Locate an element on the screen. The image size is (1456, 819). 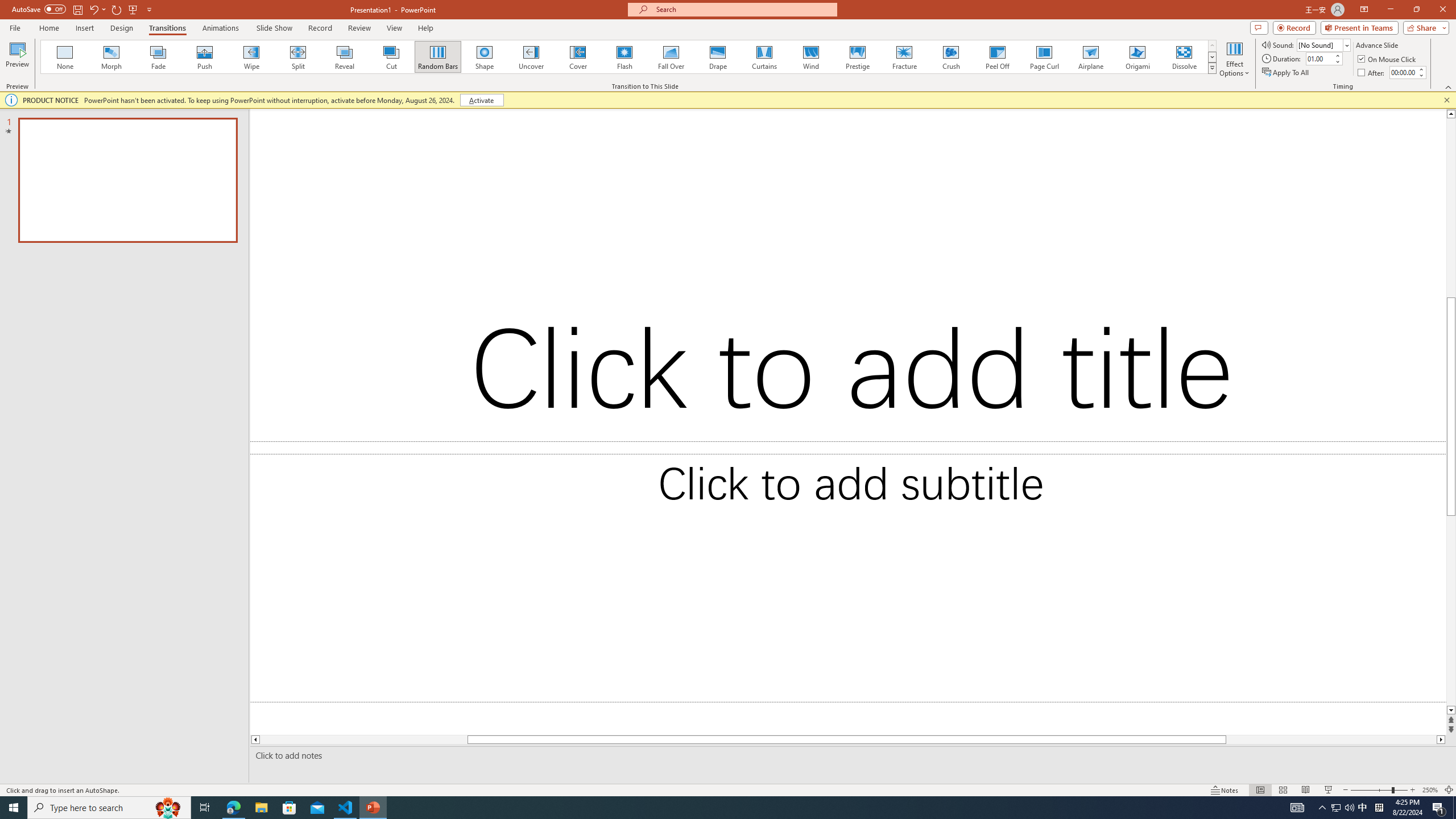
'Uncover' is located at coordinates (531, 56).